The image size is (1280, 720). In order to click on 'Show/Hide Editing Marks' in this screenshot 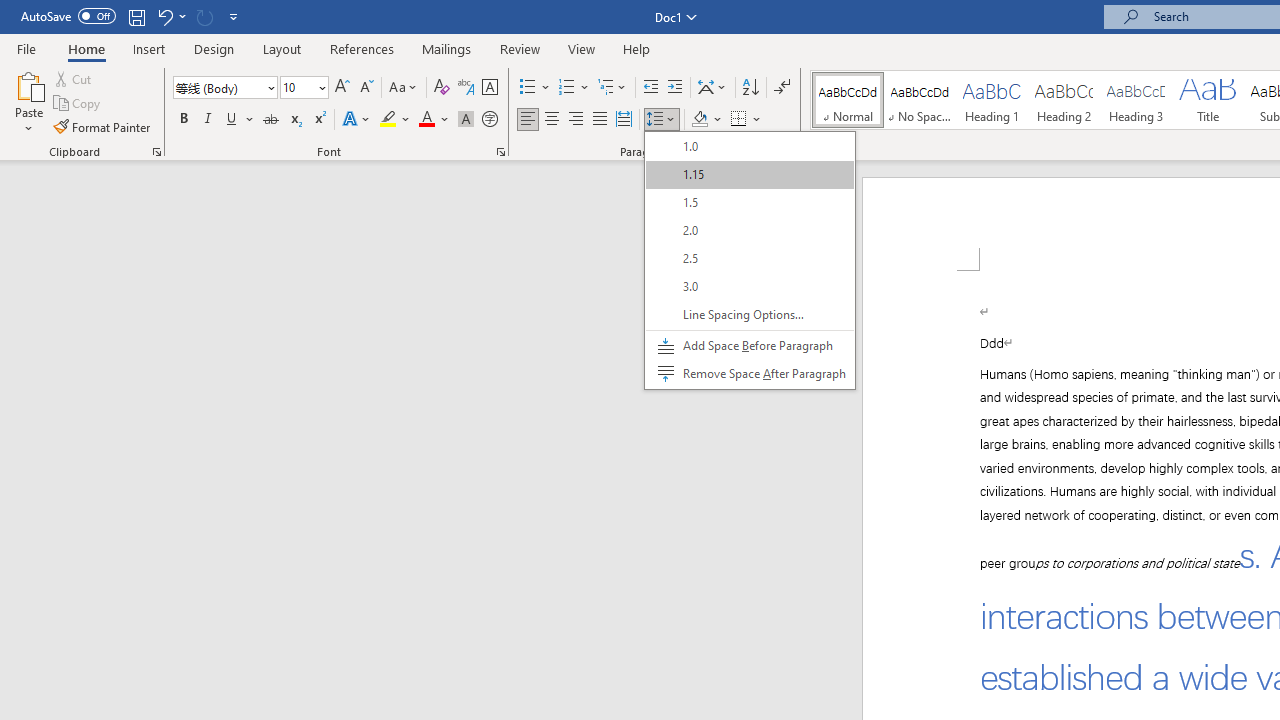, I will do `click(781, 86)`.